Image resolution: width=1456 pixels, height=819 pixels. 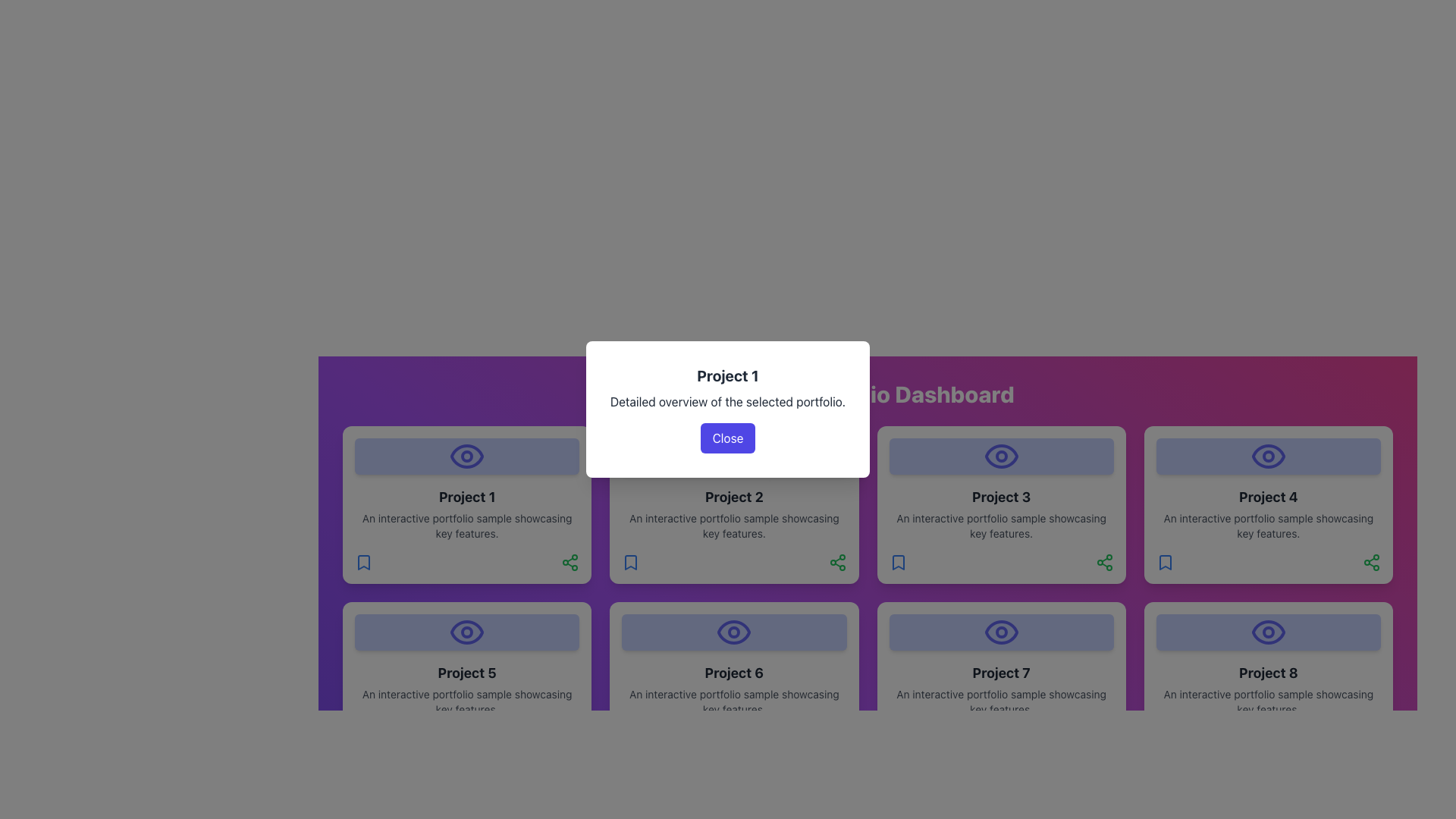 I want to click on the eye icon in the Project 6 card to initiate a view or preview action, so click(x=734, y=632).